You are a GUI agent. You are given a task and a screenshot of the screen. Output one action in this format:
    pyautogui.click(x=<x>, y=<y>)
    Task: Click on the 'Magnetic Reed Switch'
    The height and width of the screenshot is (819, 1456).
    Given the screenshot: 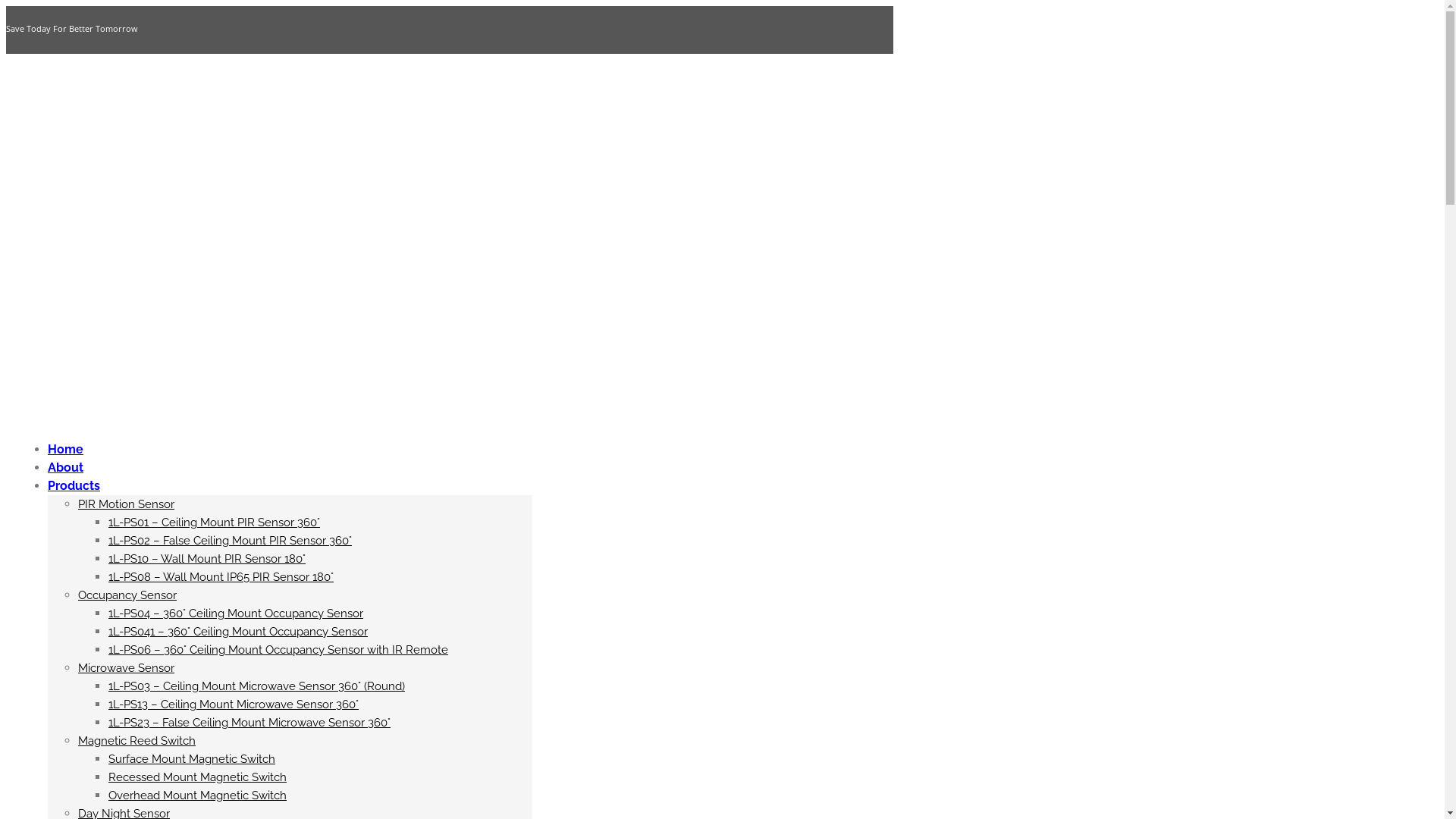 What is the action you would take?
    pyautogui.click(x=77, y=739)
    